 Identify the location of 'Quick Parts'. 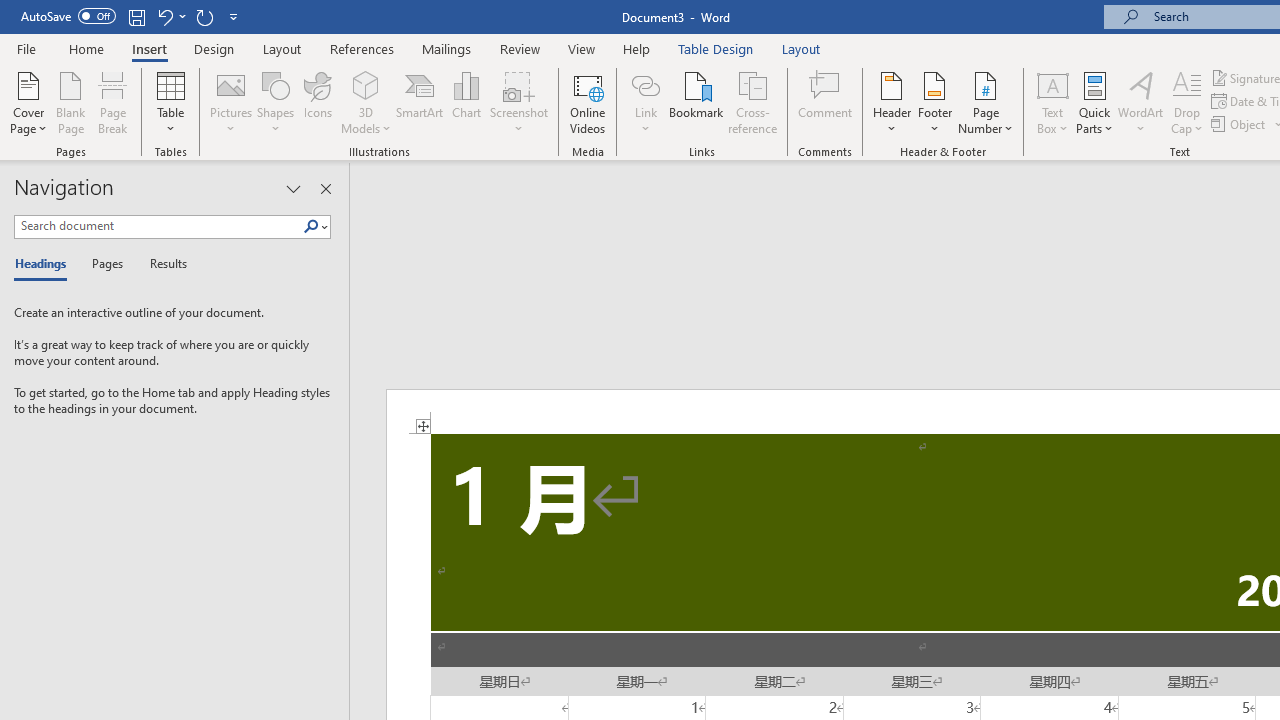
(1094, 103).